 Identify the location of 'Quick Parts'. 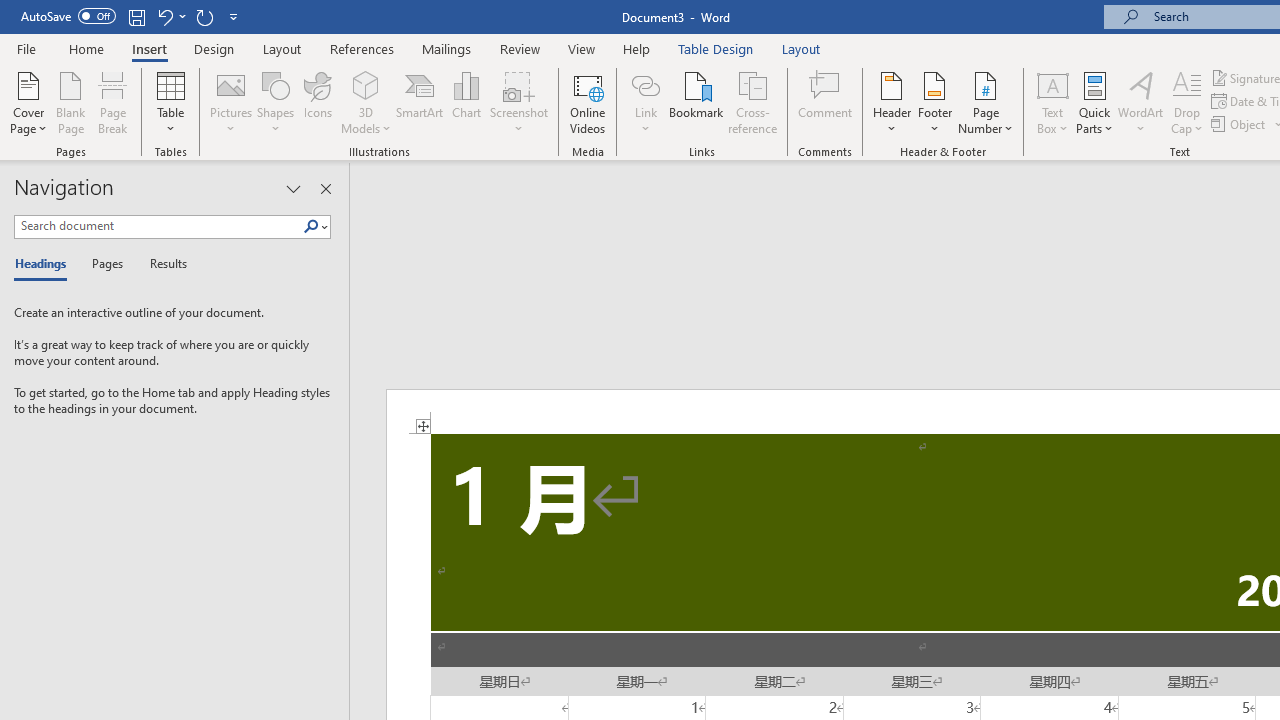
(1094, 103).